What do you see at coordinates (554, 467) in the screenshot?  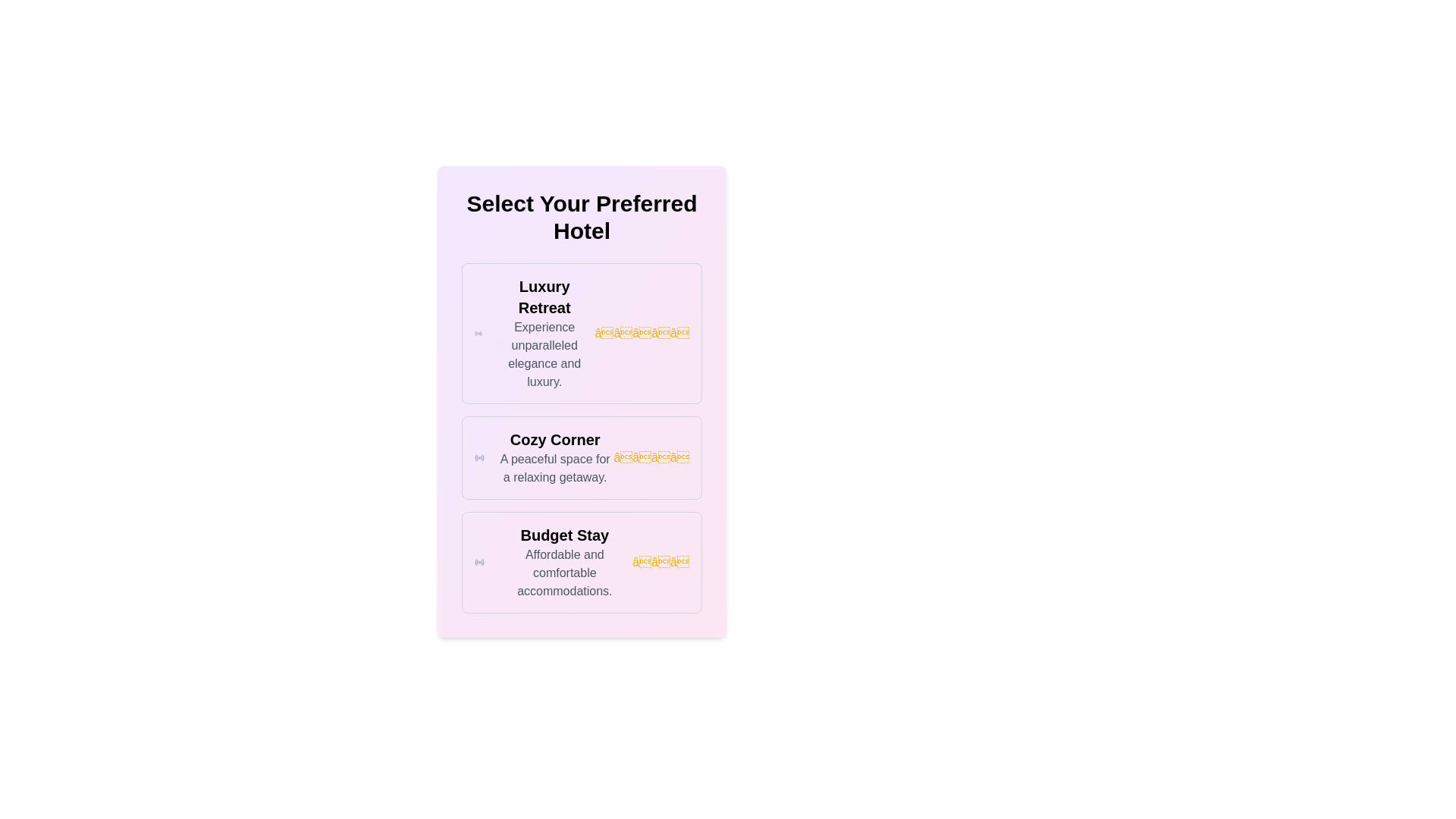 I see `the text block that reads 'A peaceful space for a relaxing getaway.' which is located beneath the title 'Cozy Corner' in a vertical list of hotel options` at bounding box center [554, 467].